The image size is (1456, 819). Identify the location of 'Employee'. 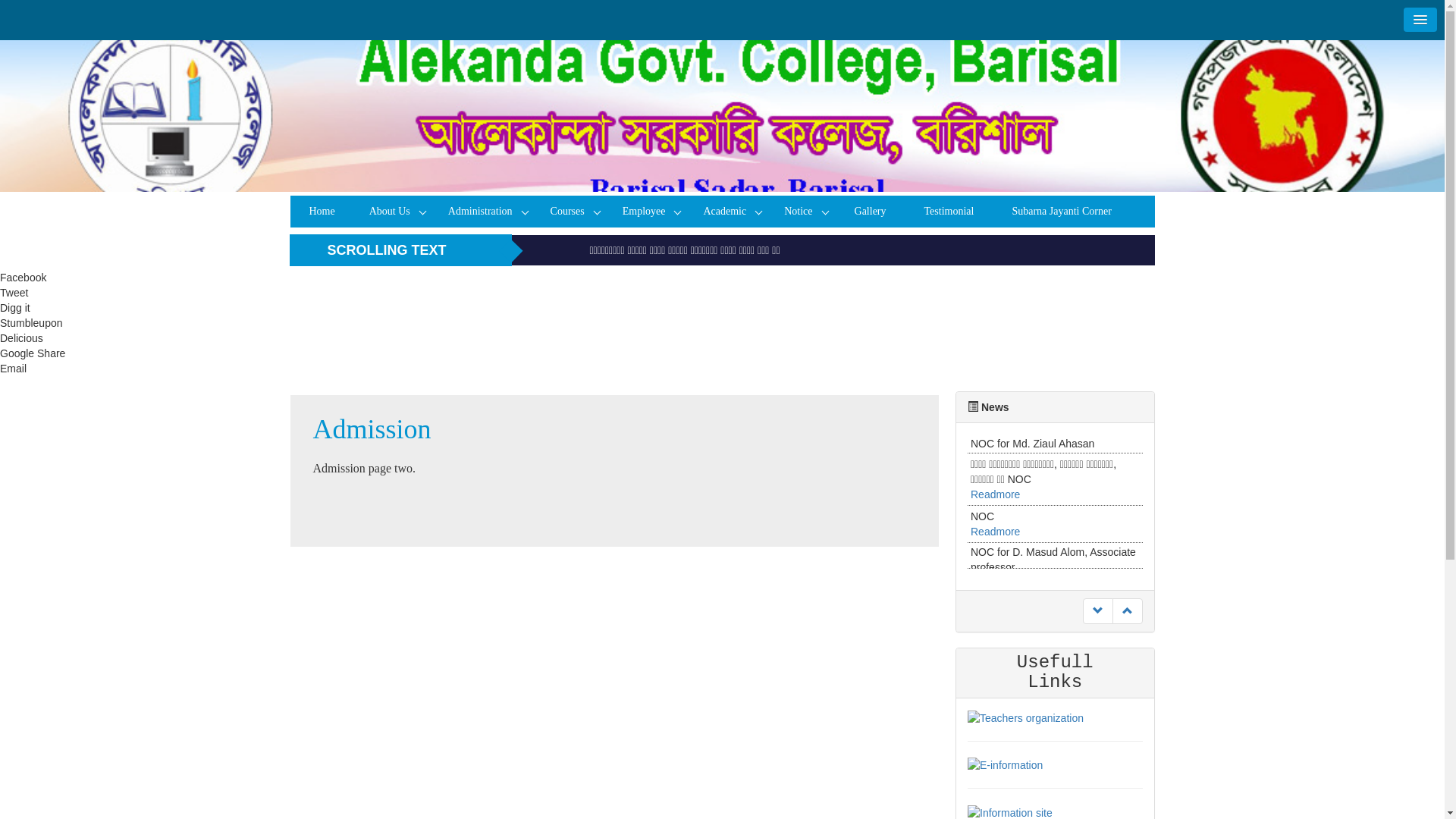
(648, 211).